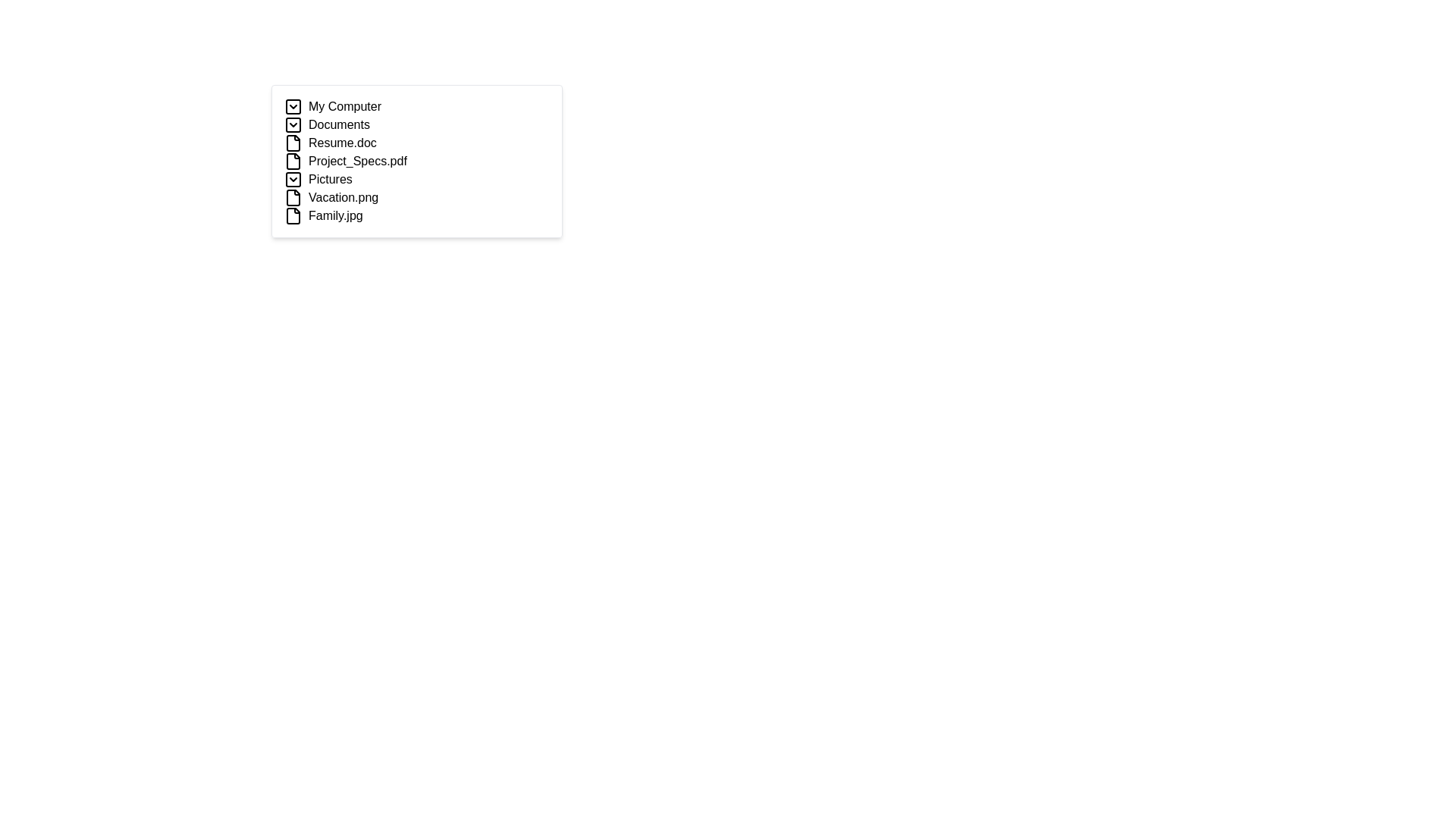 This screenshot has width=1456, height=819. What do you see at coordinates (293, 161) in the screenshot?
I see `the file icon styled as a document outline with rounded corners and a folded upper-right corner, located to the left of 'Project_Specs.pdf' in the fourth row of the file list` at bounding box center [293, 161].